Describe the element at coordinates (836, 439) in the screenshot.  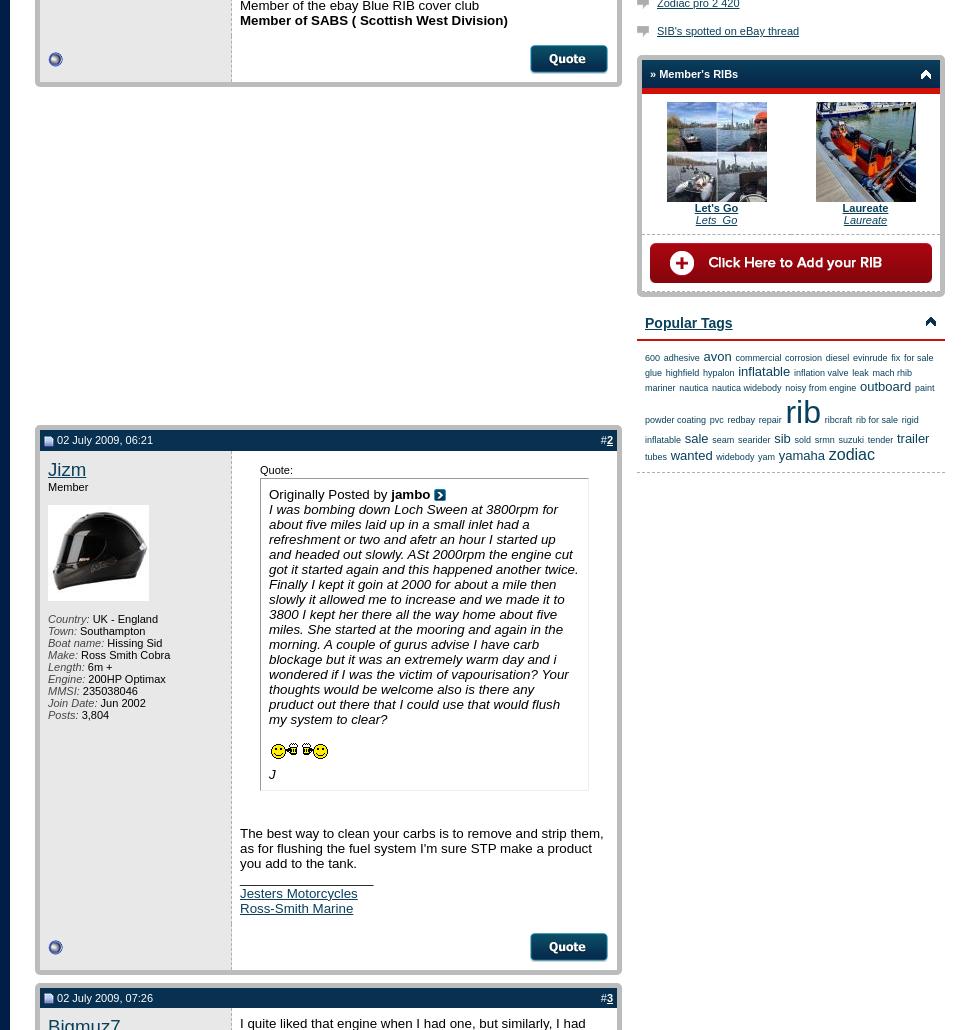
I see `'suzuki'` at that location.